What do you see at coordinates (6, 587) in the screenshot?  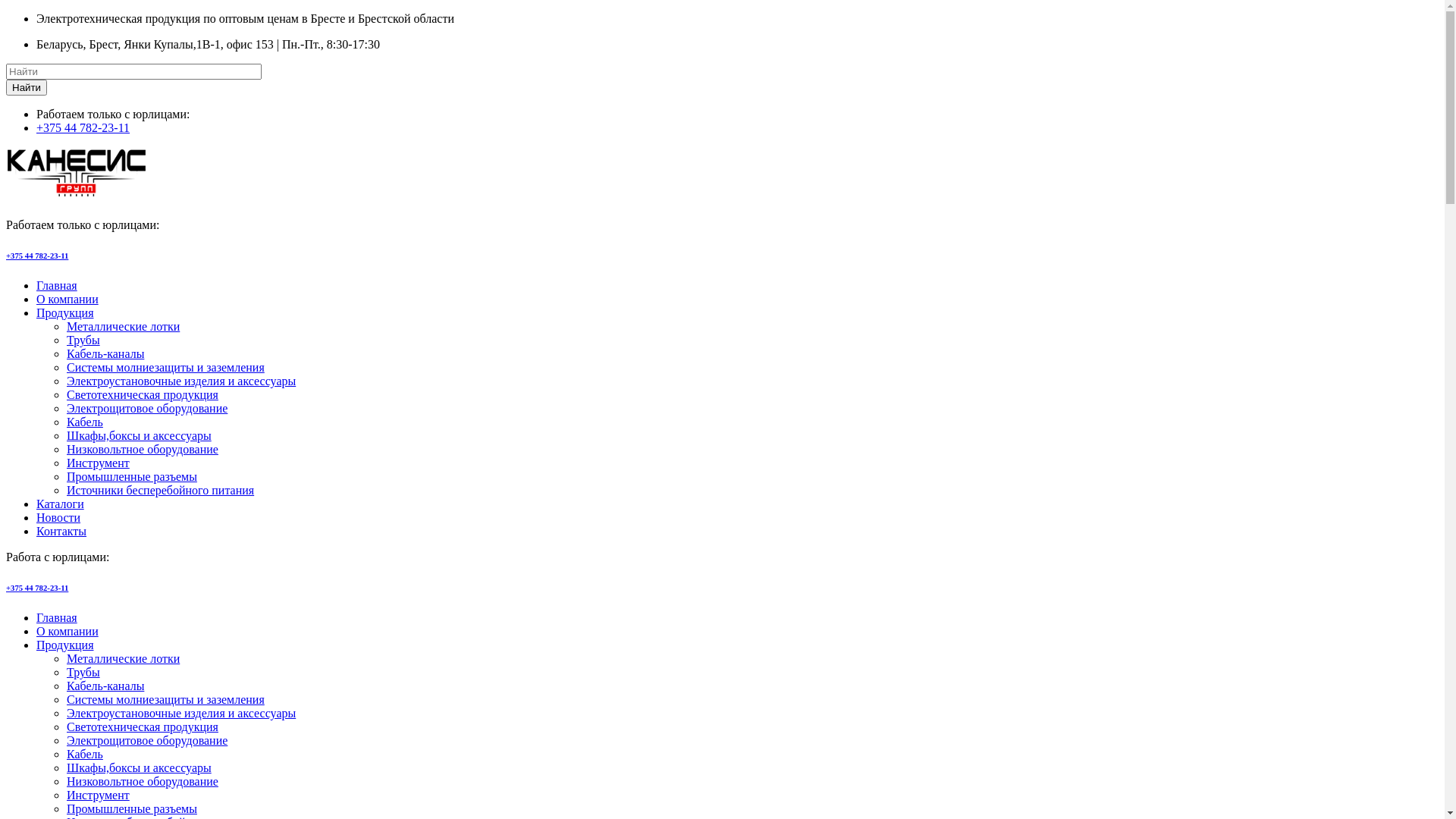 I see `'+375 44 782-23-11'` at bounding box center [6, 587].